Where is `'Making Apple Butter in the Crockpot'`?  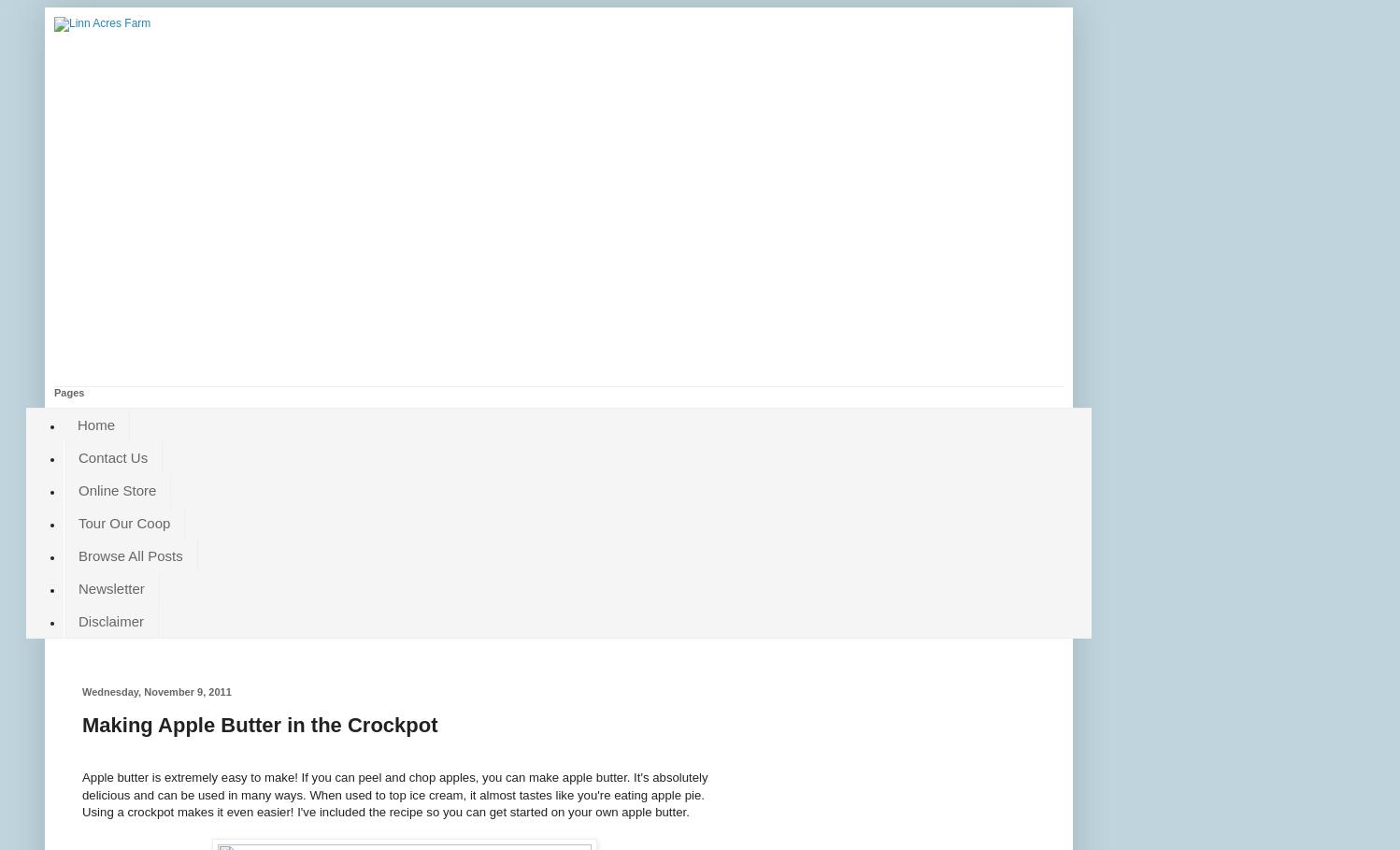
'Making Apple Butter in the Crockpot' is located at coordinates (259, 723).